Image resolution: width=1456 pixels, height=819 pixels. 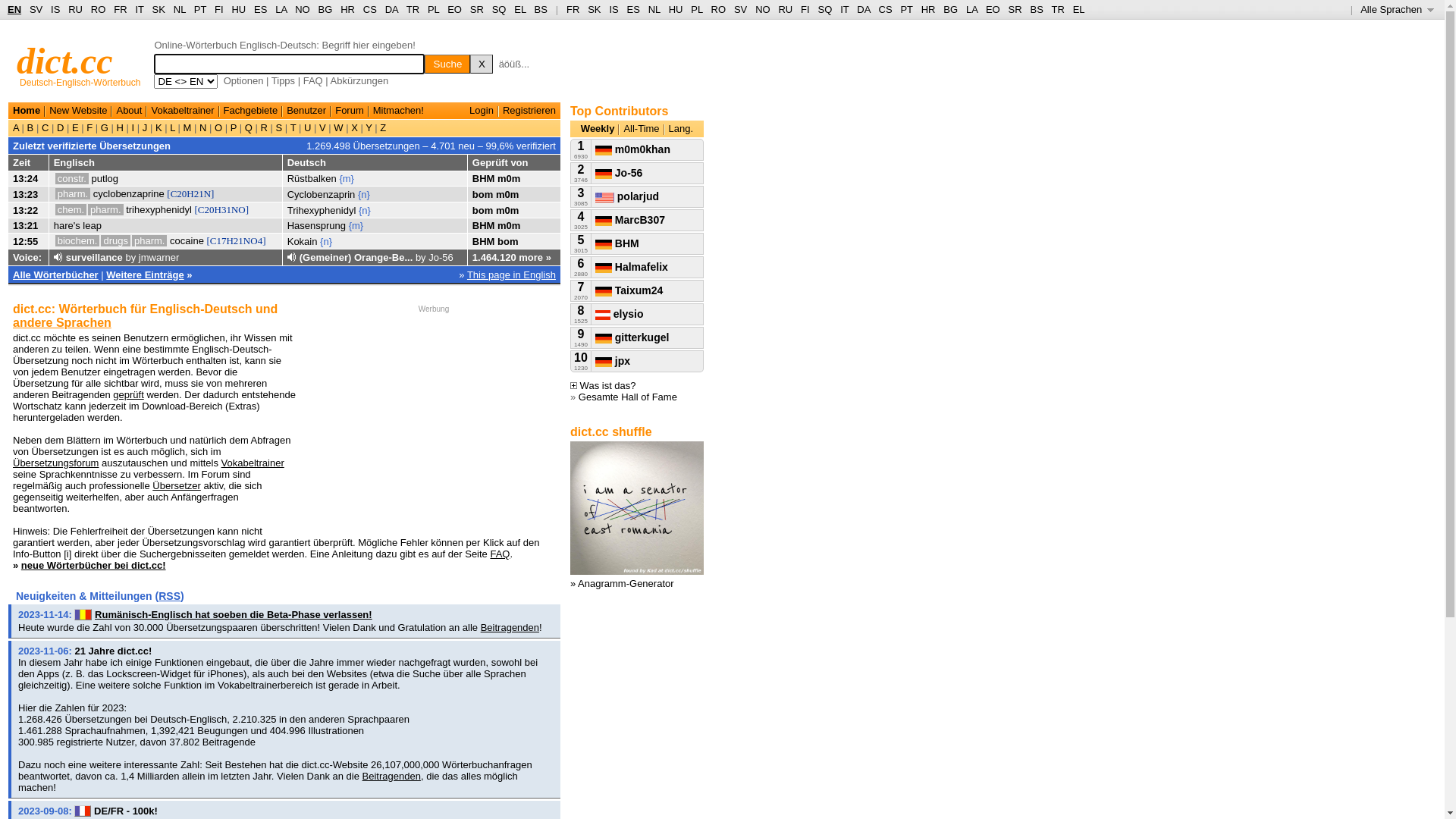 What do you see at coordinates (632, 336) in the screenshot?
I see `'gitterkugel'` at bounding box center [632, 336].